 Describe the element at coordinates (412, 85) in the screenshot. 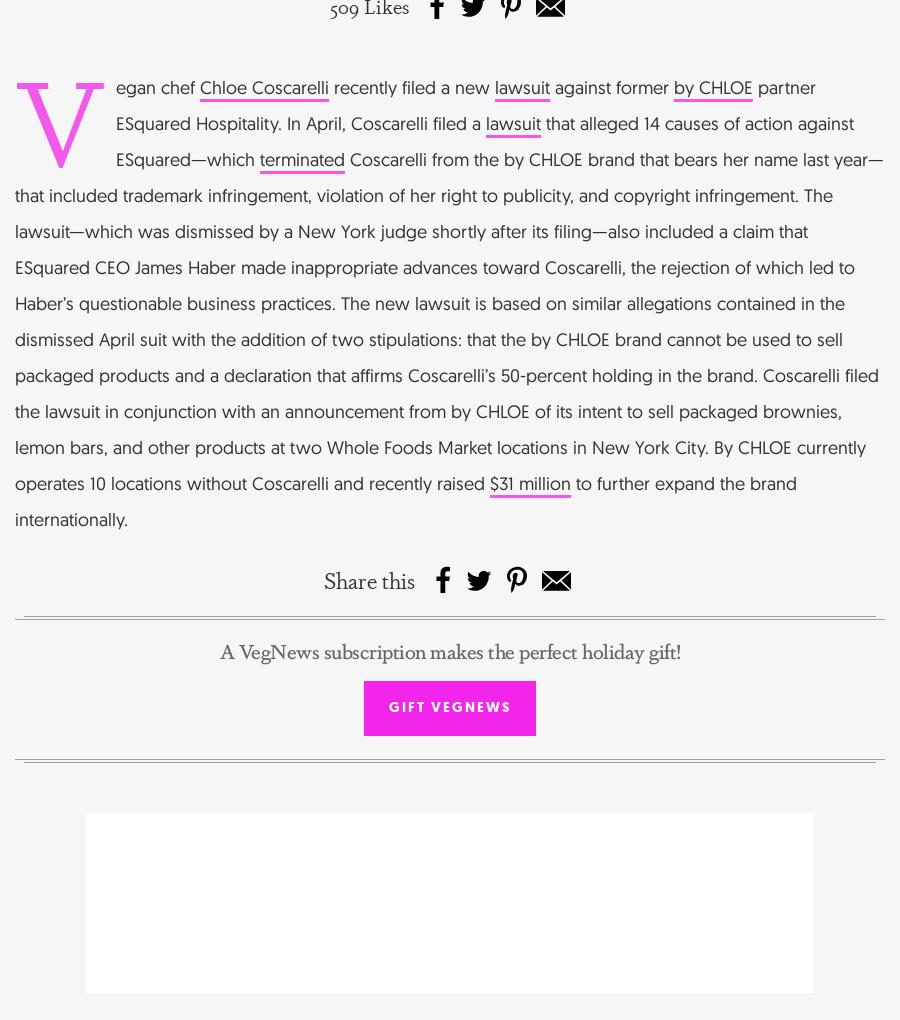

I see `'recently filed a new'` at that location.